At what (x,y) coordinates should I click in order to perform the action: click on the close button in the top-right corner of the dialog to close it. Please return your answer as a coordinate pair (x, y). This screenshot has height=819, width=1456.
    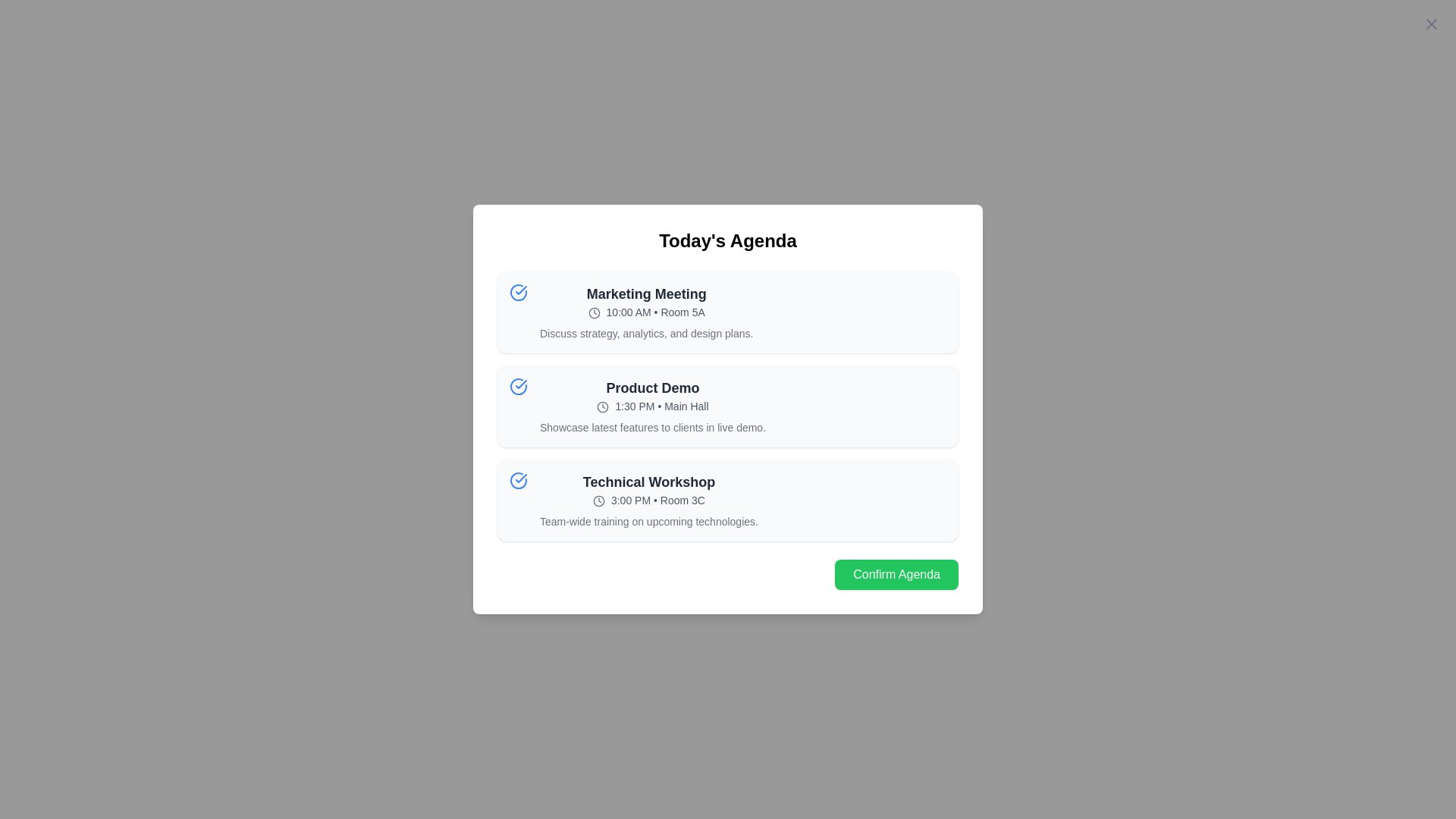
    Looking at the image, I should click on (1430, 24).